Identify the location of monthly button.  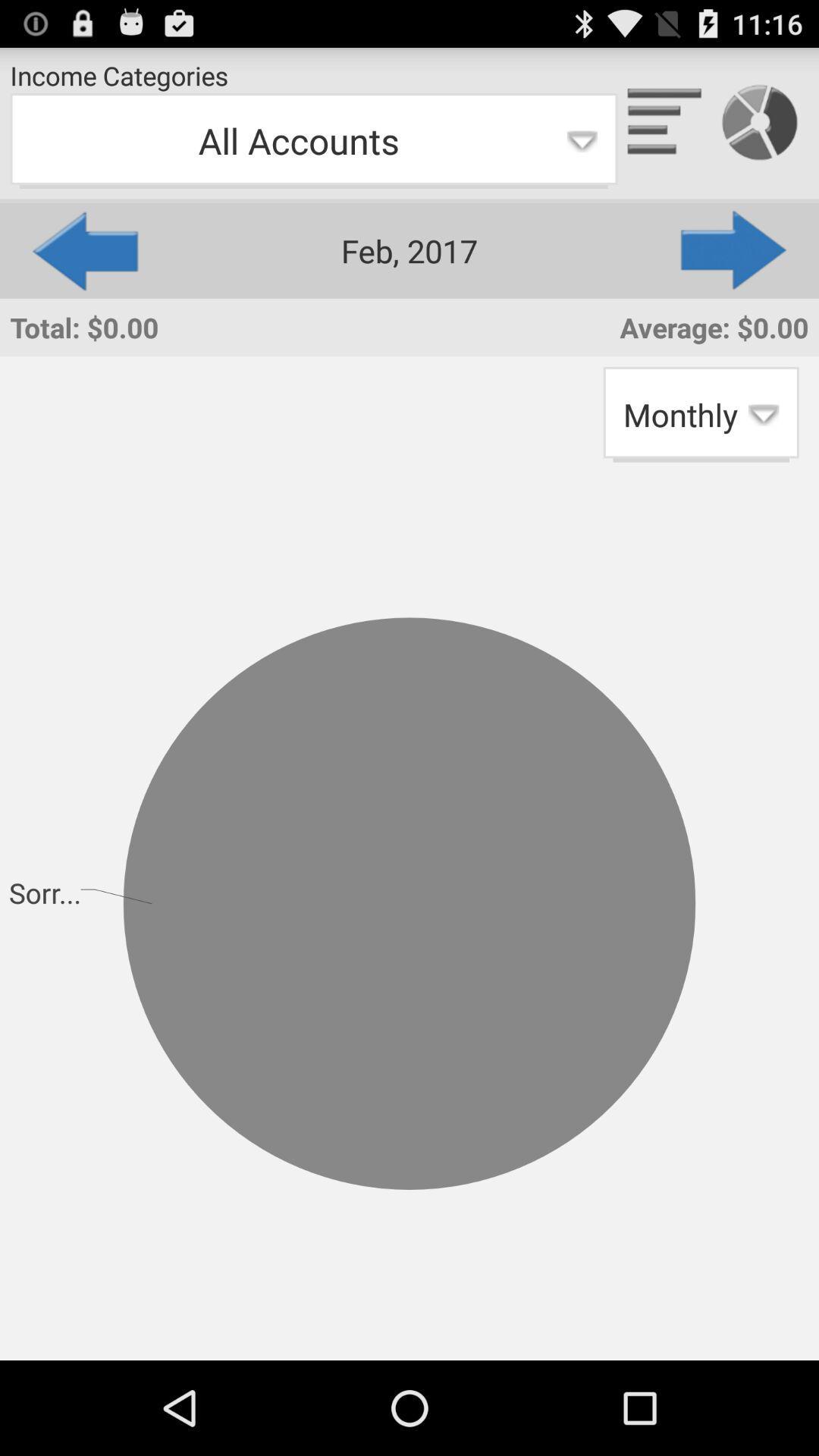
(701, 414).